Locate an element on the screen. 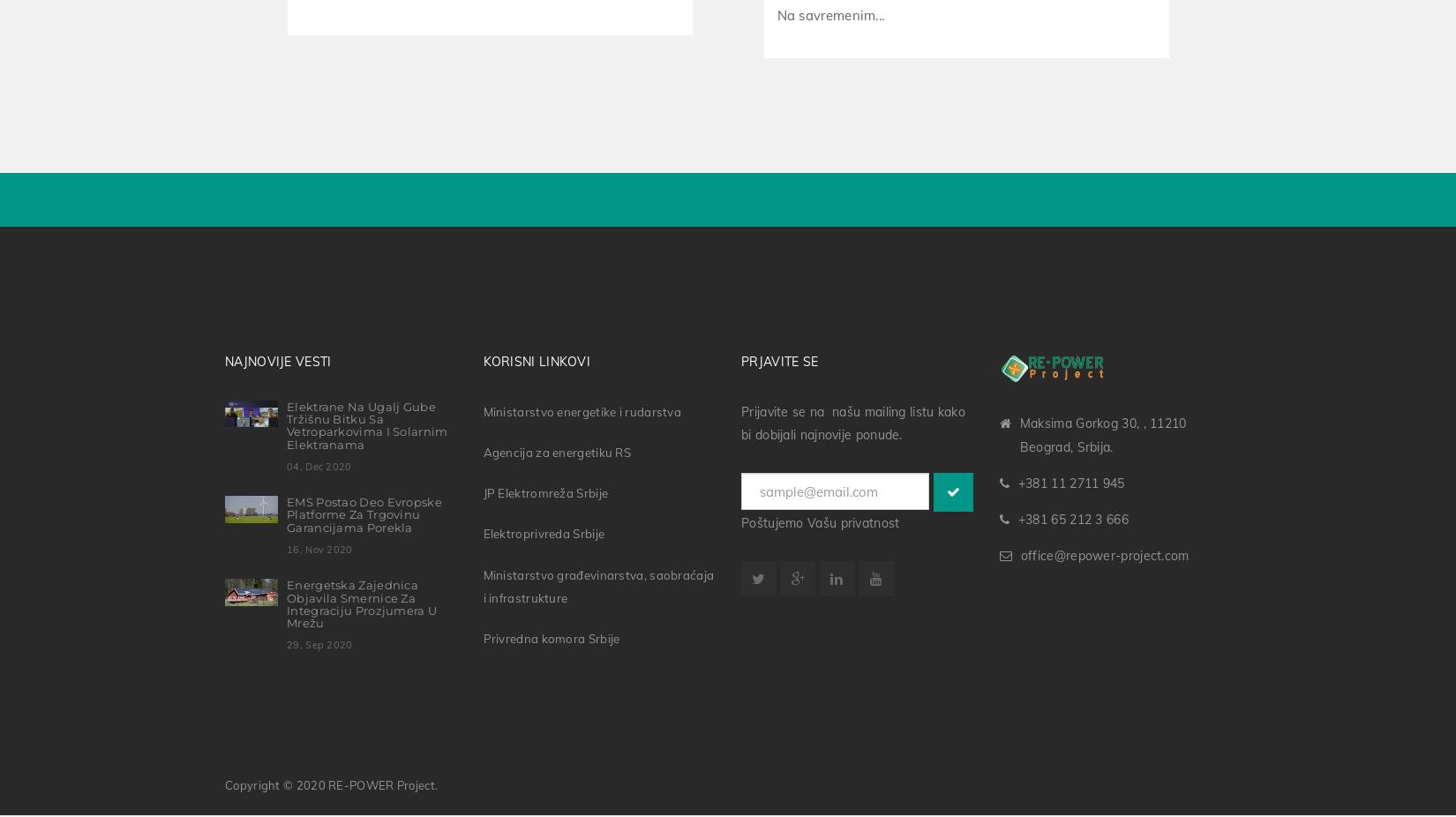 The height and width of the screenshot is (817, 1456). 'EMS postao deo evropske platforme za trgovinu garancijama porekla' is located at coordinates (364, 510).